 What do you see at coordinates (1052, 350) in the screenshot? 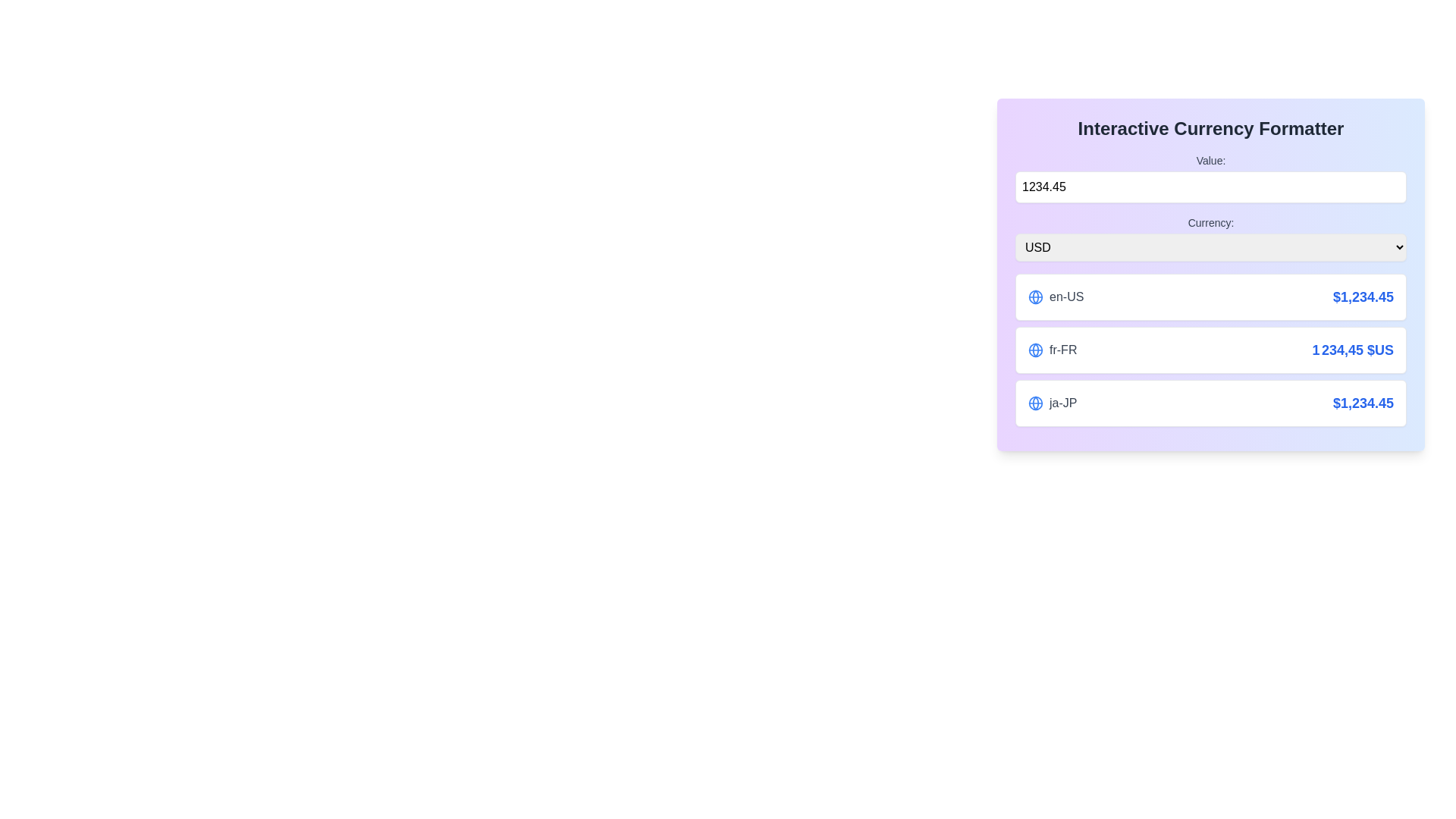
I see `the label 'fr-FR' which is a bold text label with a blue globe icon, located as the second item in a vertical list of currency information` at bounding box center [1052, 350].